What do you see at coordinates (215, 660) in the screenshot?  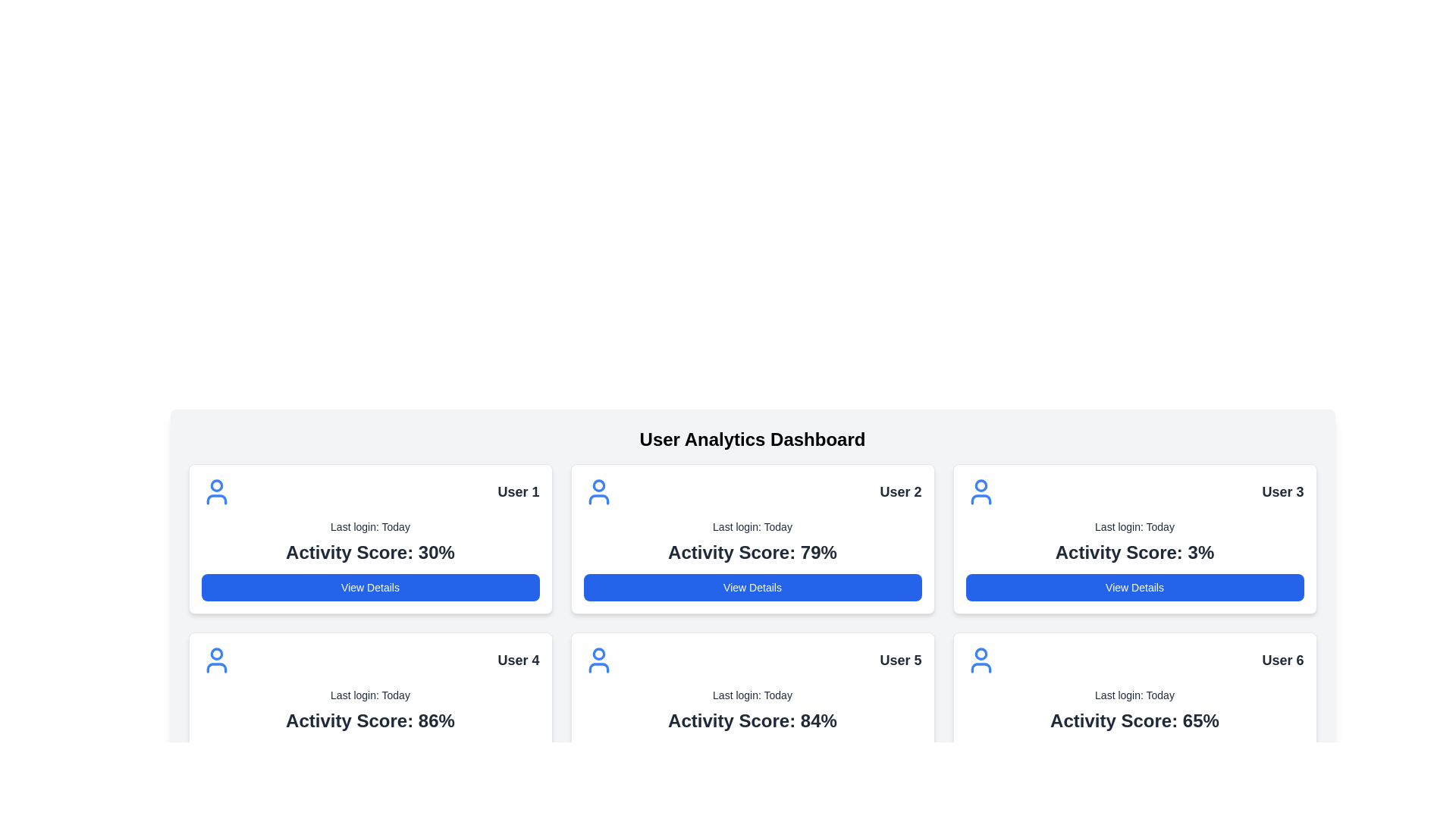 I see `the user profile icon labeled 'User 4' located at the top-left corner of the fourth card` at bounding box center [215, 660].